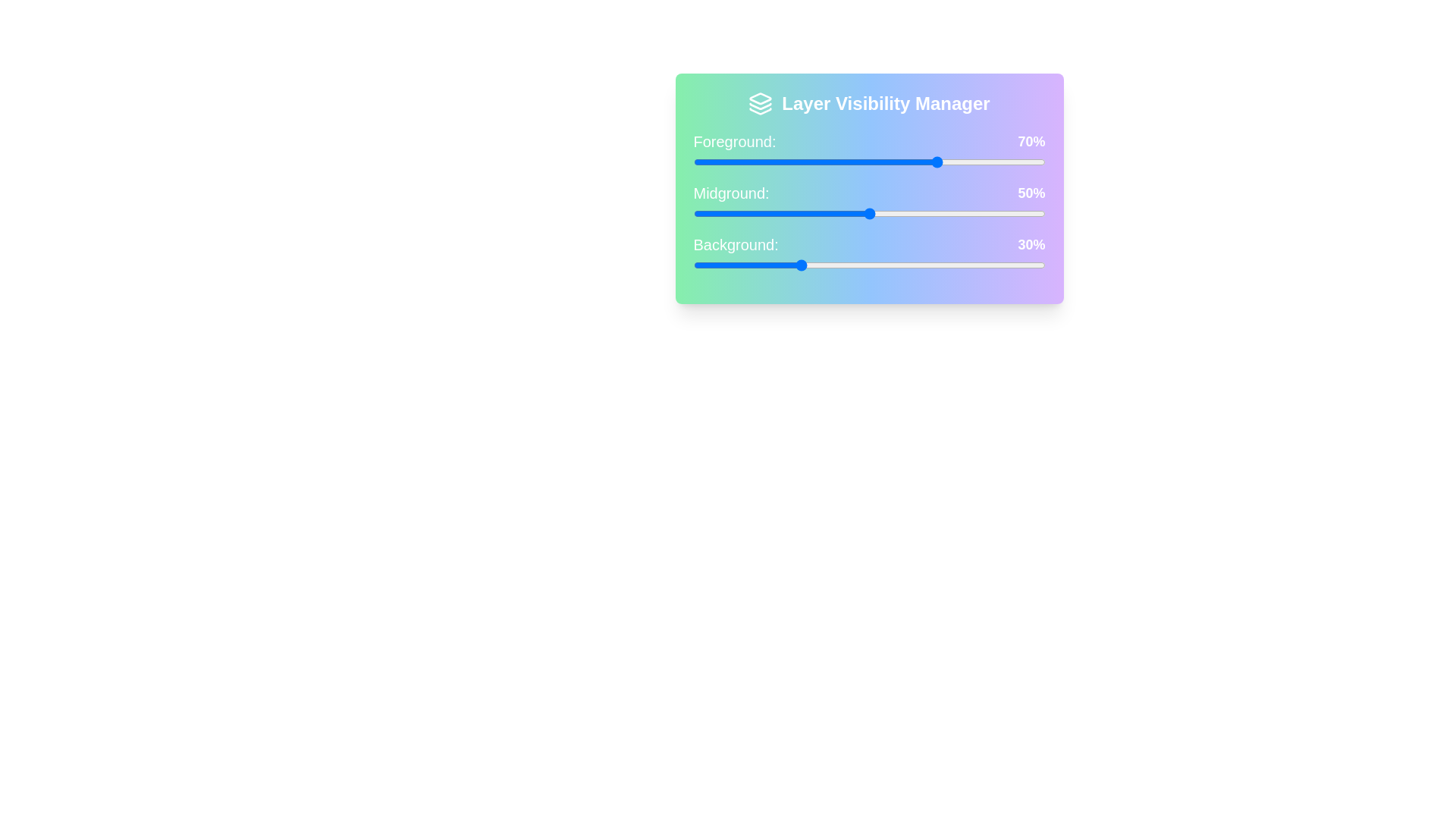  Describe the element at coordinates (886, 213) in the screenshot. I see `the Midground slider to 55%` at that location.